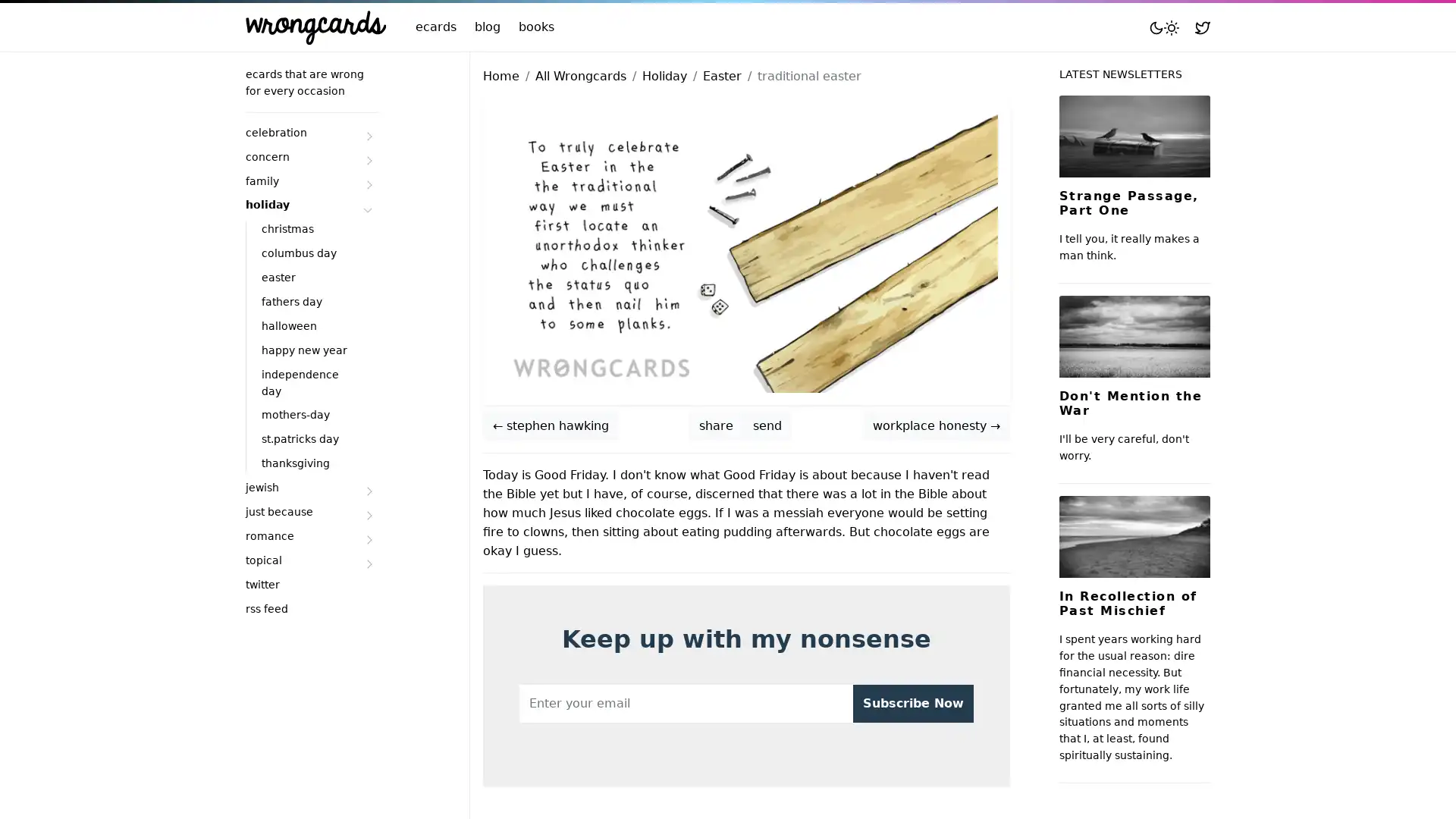  Describe the element at coordinates (912, 702) in the screenshot. I see `Subscribe Now` at that location.